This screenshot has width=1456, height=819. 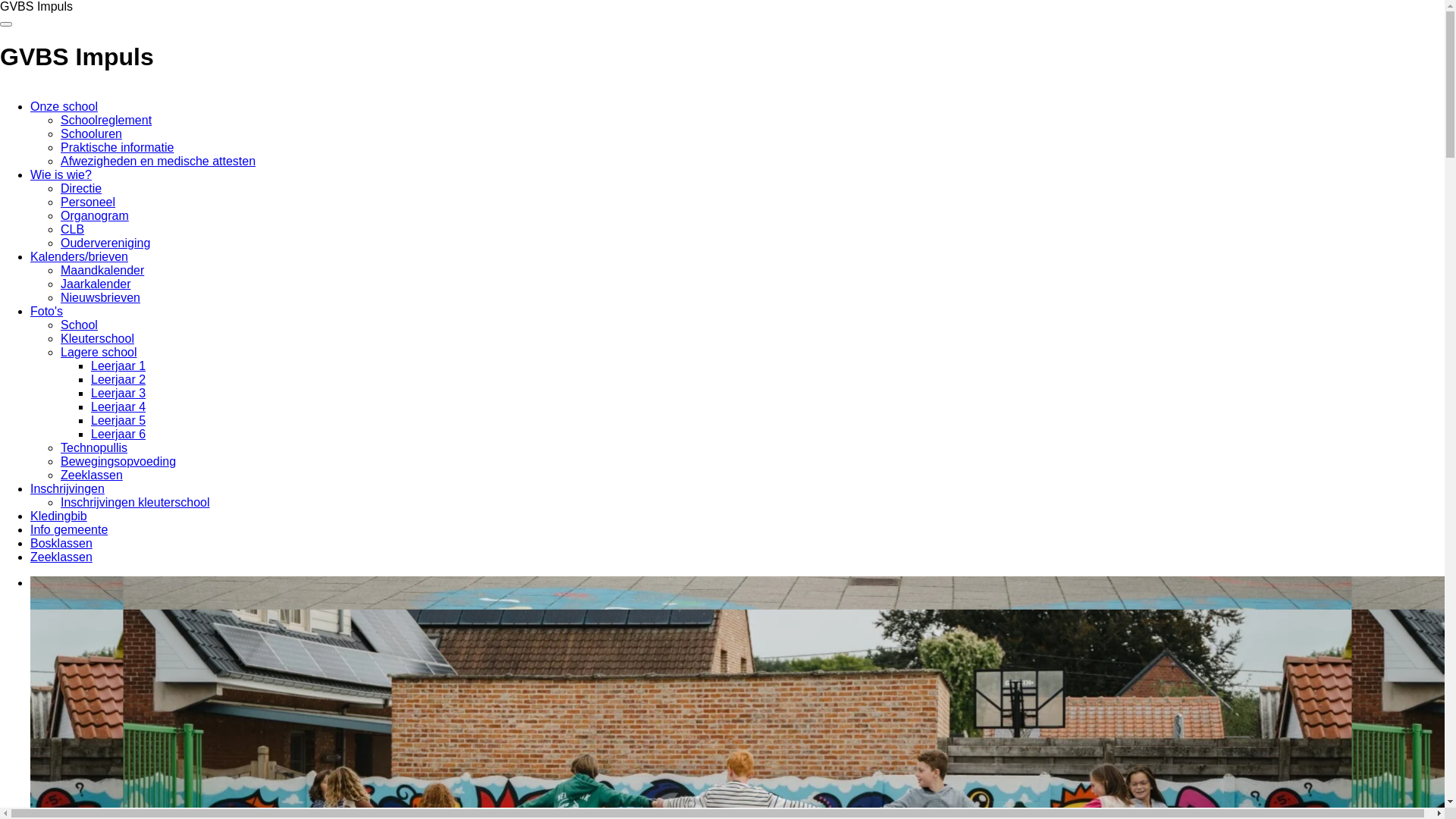 I want to click on 'Inschrijvingen kleuterschool', so click(x=135, y=502).